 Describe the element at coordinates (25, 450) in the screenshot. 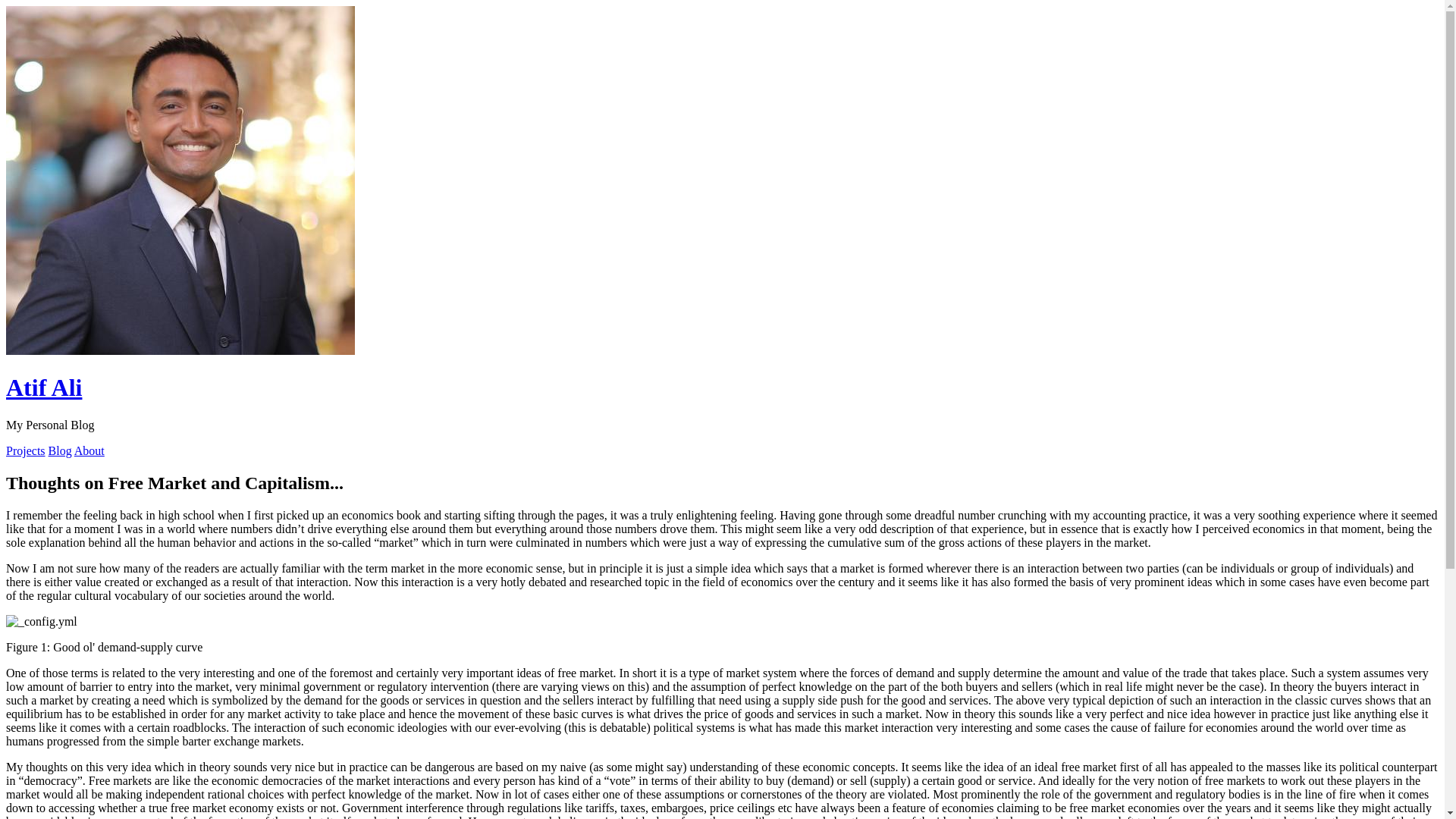

I see `'Projects'` at that location.